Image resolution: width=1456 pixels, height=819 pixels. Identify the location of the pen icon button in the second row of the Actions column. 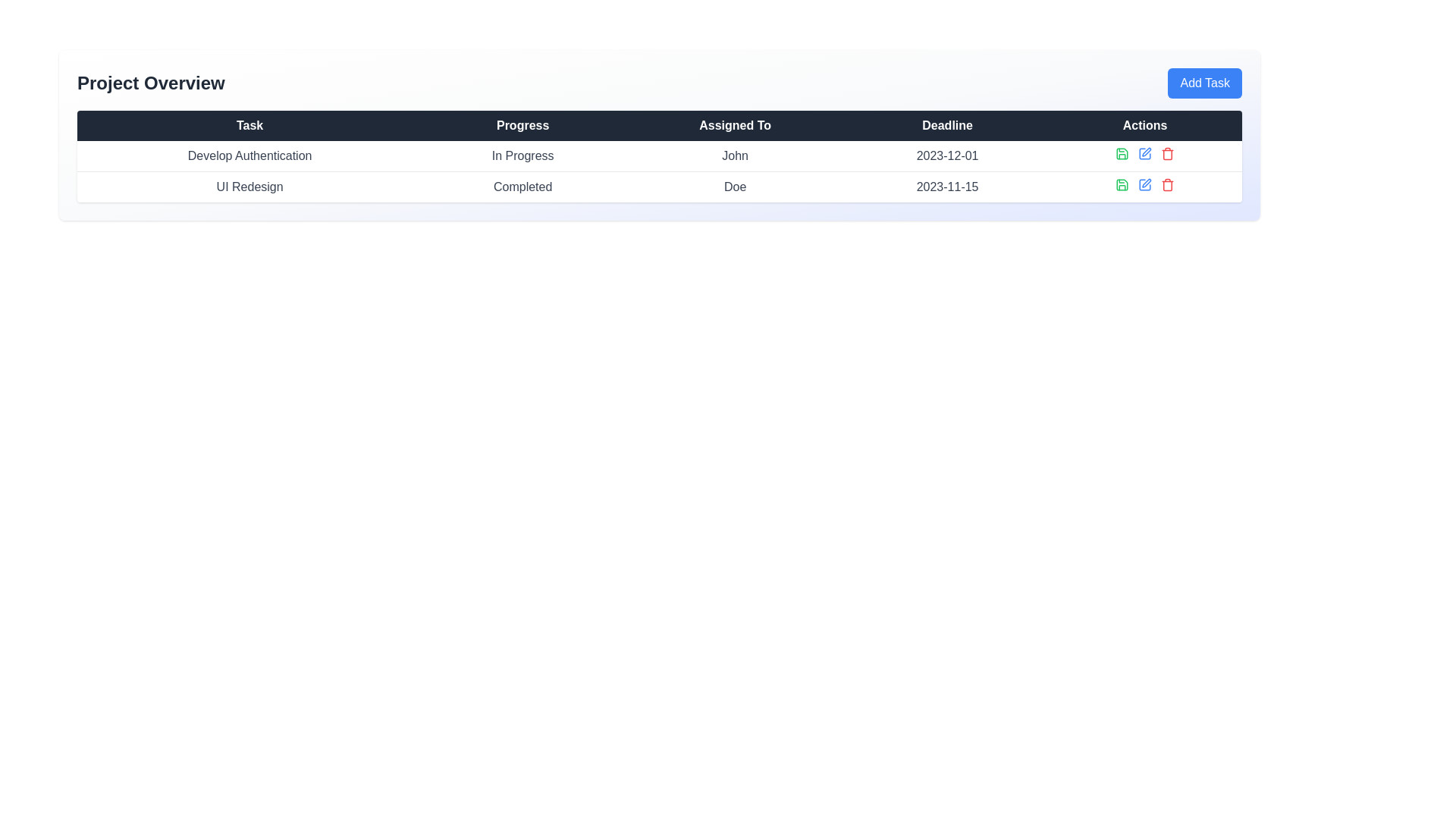
(1147, 182).